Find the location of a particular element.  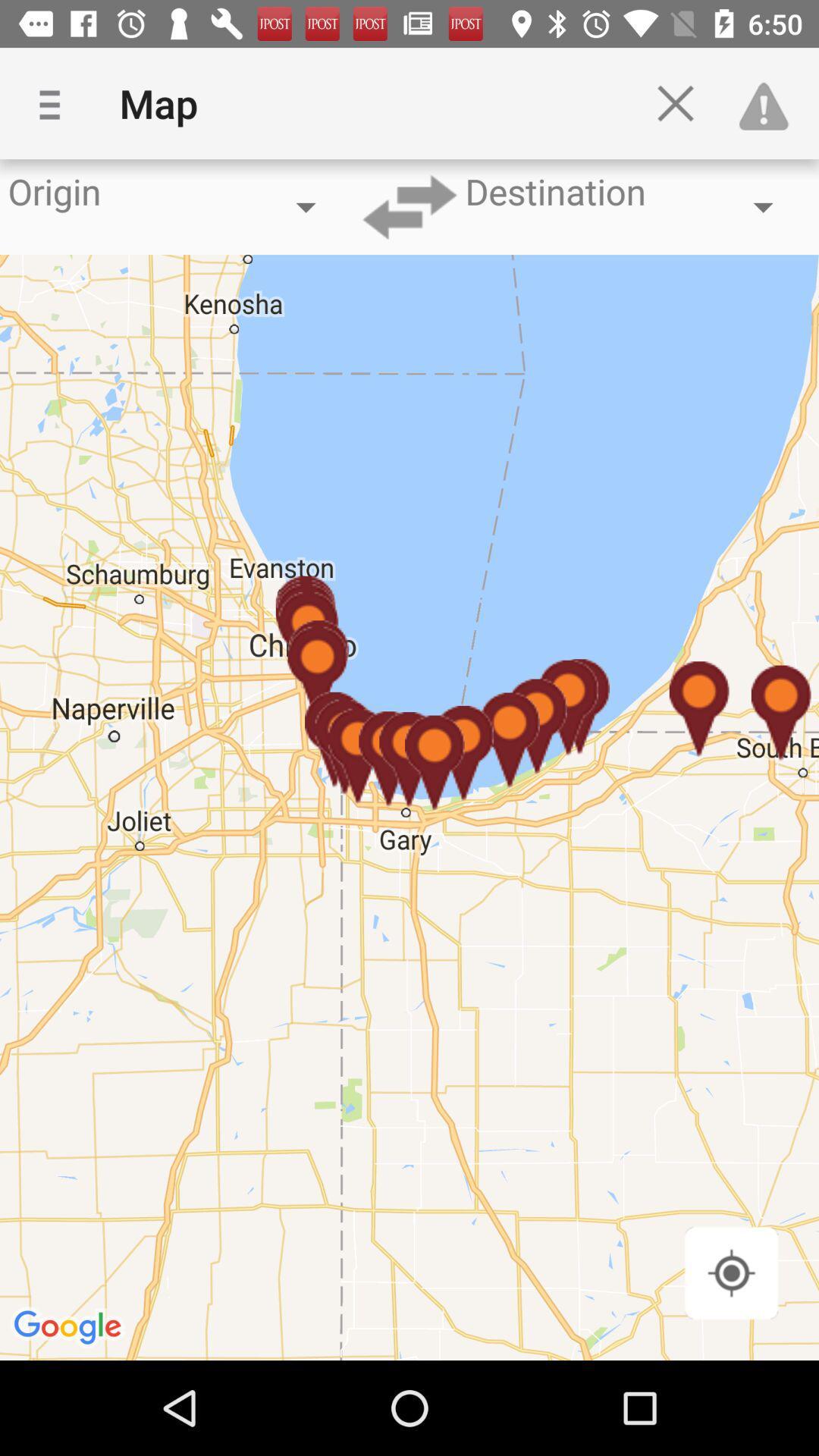

south shore is located at coordinates (730, 1272).